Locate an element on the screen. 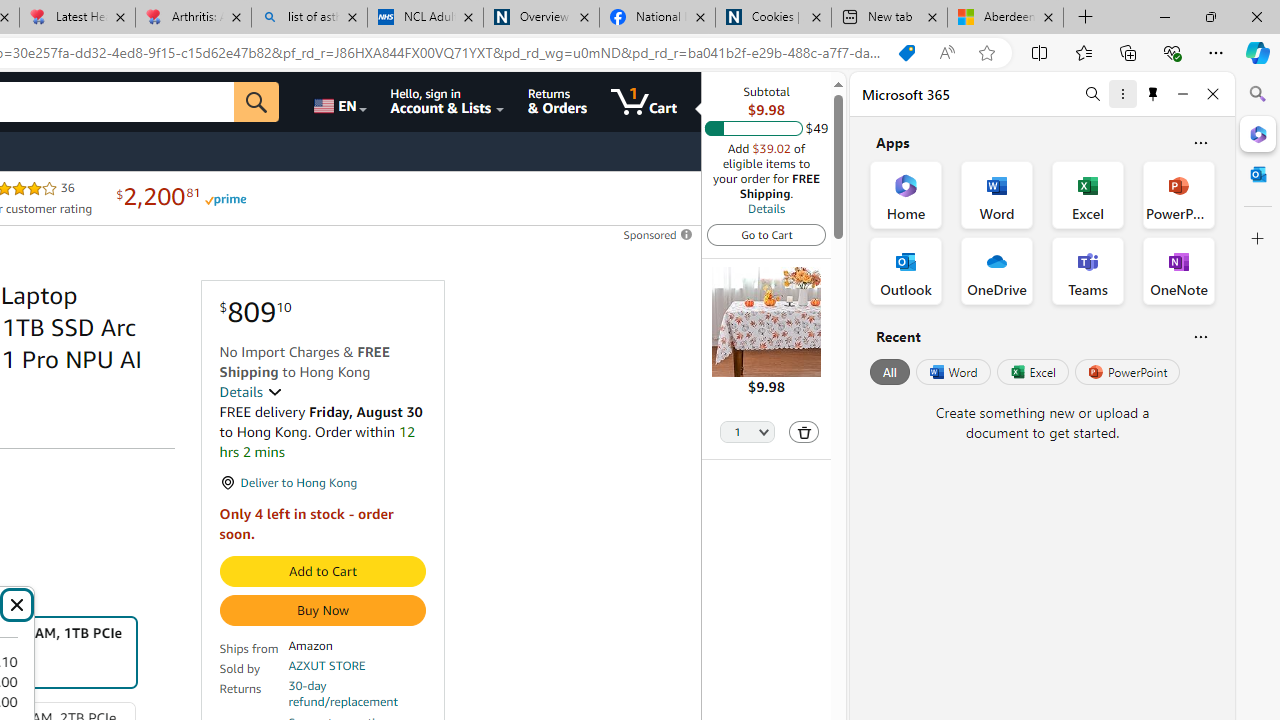  'Word' is located at coordinates (951, 372).